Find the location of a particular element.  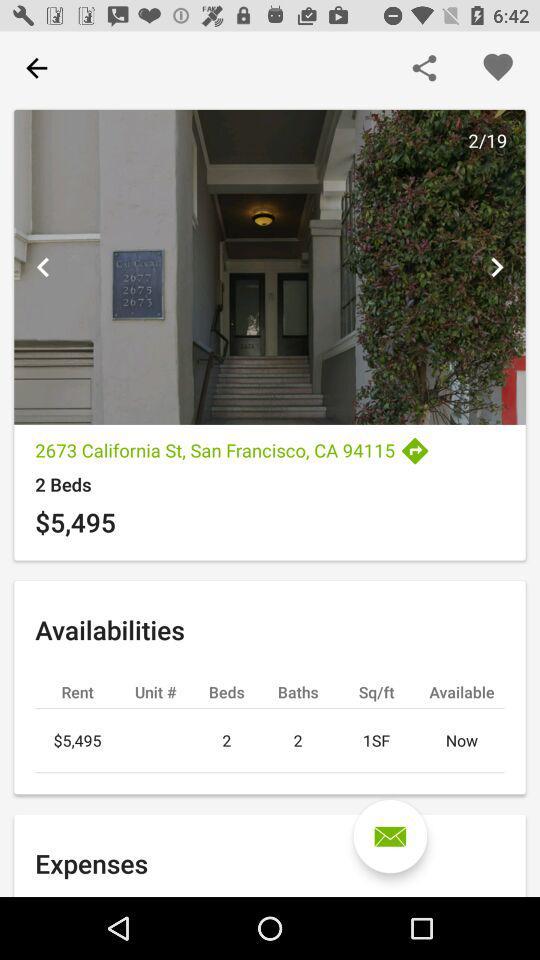

next property is located at coordinates (495, 266).